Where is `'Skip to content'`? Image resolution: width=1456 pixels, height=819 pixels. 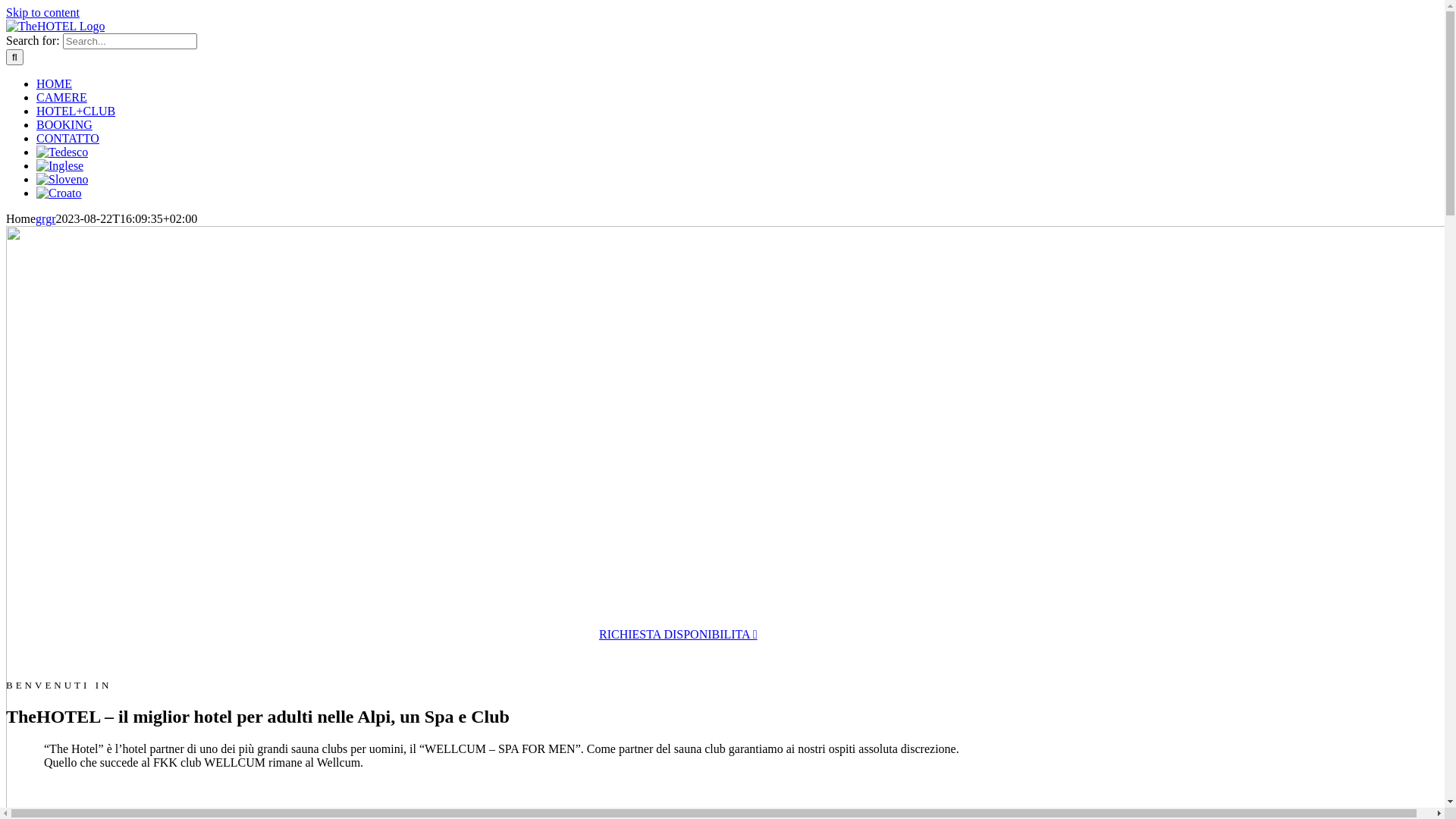 'Skip to content' is located at coordinates (6, 12).